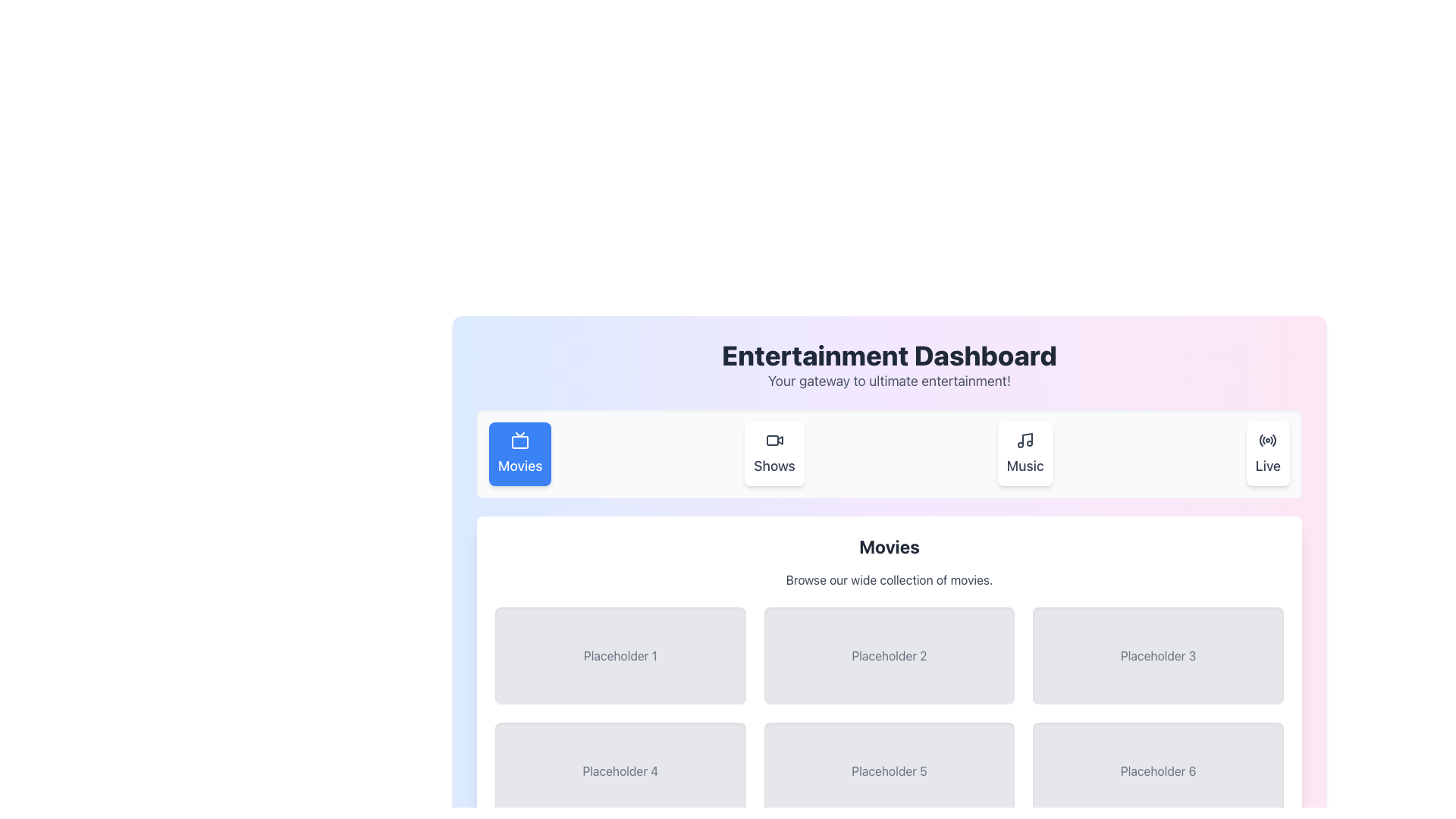  Describe the element at coordinates (774, 441) in the screenshot. I see `the video symbol icon located on the 'Shows' card in the navigational menu, which features a triangular play icon and a small camera lens protrusion` at that location.